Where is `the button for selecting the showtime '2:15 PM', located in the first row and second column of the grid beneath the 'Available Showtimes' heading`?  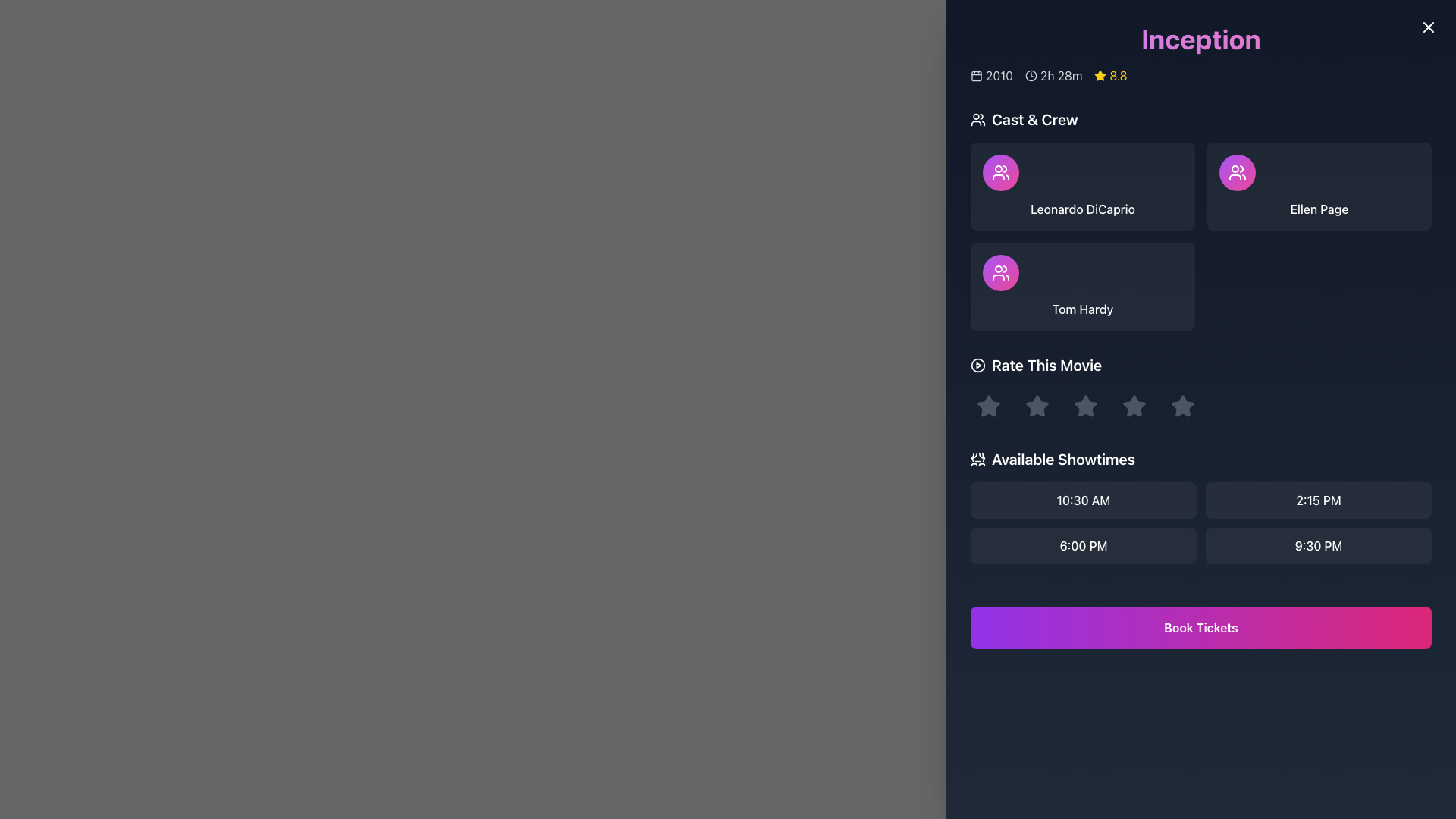
the button for selecting the showtime '2:15 PM', located in the first row and second column of the grid beneath the 'Available Showtimes' heading is located at coordinates (1317, 500).